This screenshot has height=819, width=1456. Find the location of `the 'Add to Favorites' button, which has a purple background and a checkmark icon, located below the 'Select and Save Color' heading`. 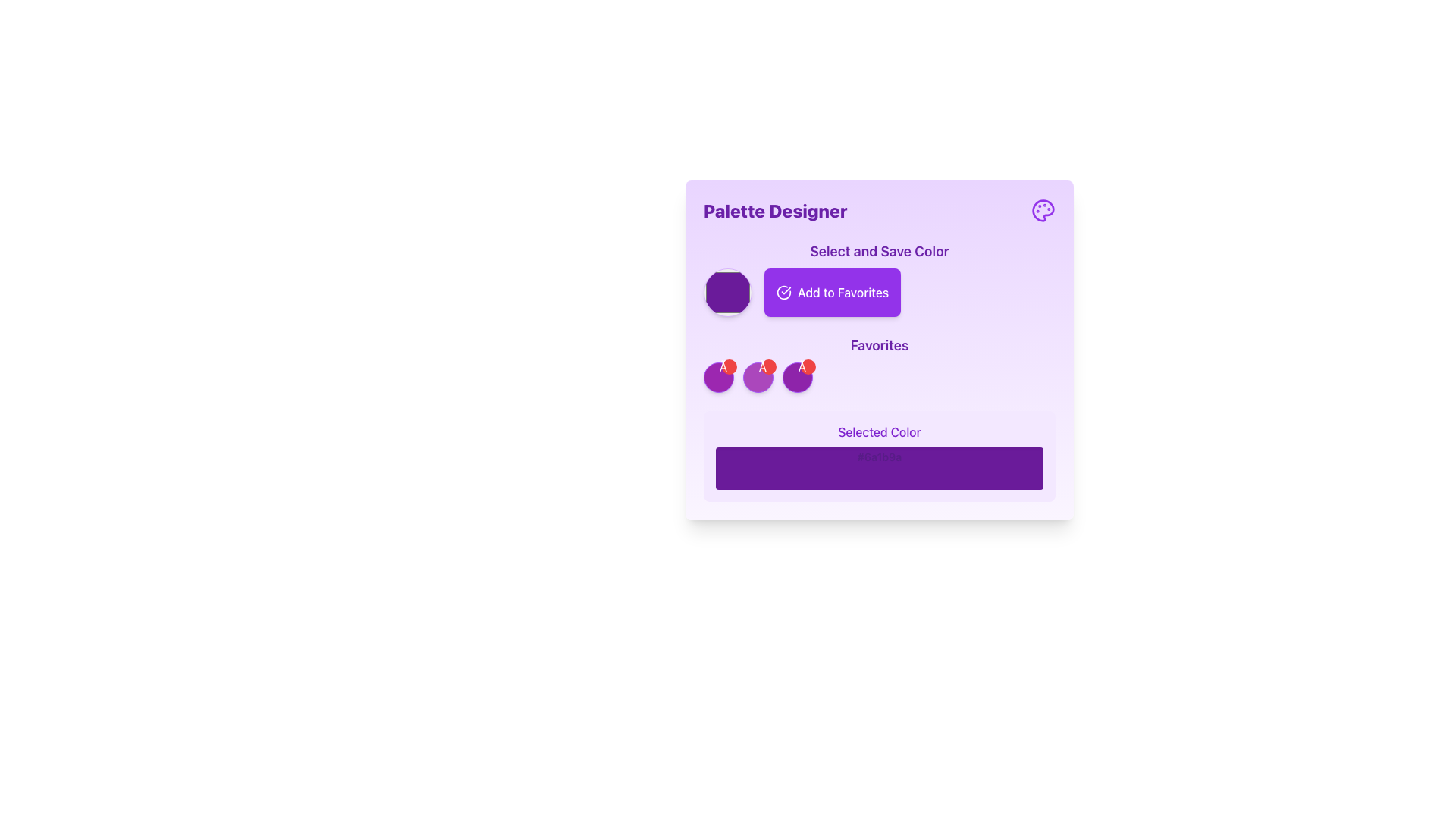

the 'Add to Favorites' button, which has a purple background and a checkmark icon, located below the 'Select and Save Color' heading is located at coordinates (880, 292).